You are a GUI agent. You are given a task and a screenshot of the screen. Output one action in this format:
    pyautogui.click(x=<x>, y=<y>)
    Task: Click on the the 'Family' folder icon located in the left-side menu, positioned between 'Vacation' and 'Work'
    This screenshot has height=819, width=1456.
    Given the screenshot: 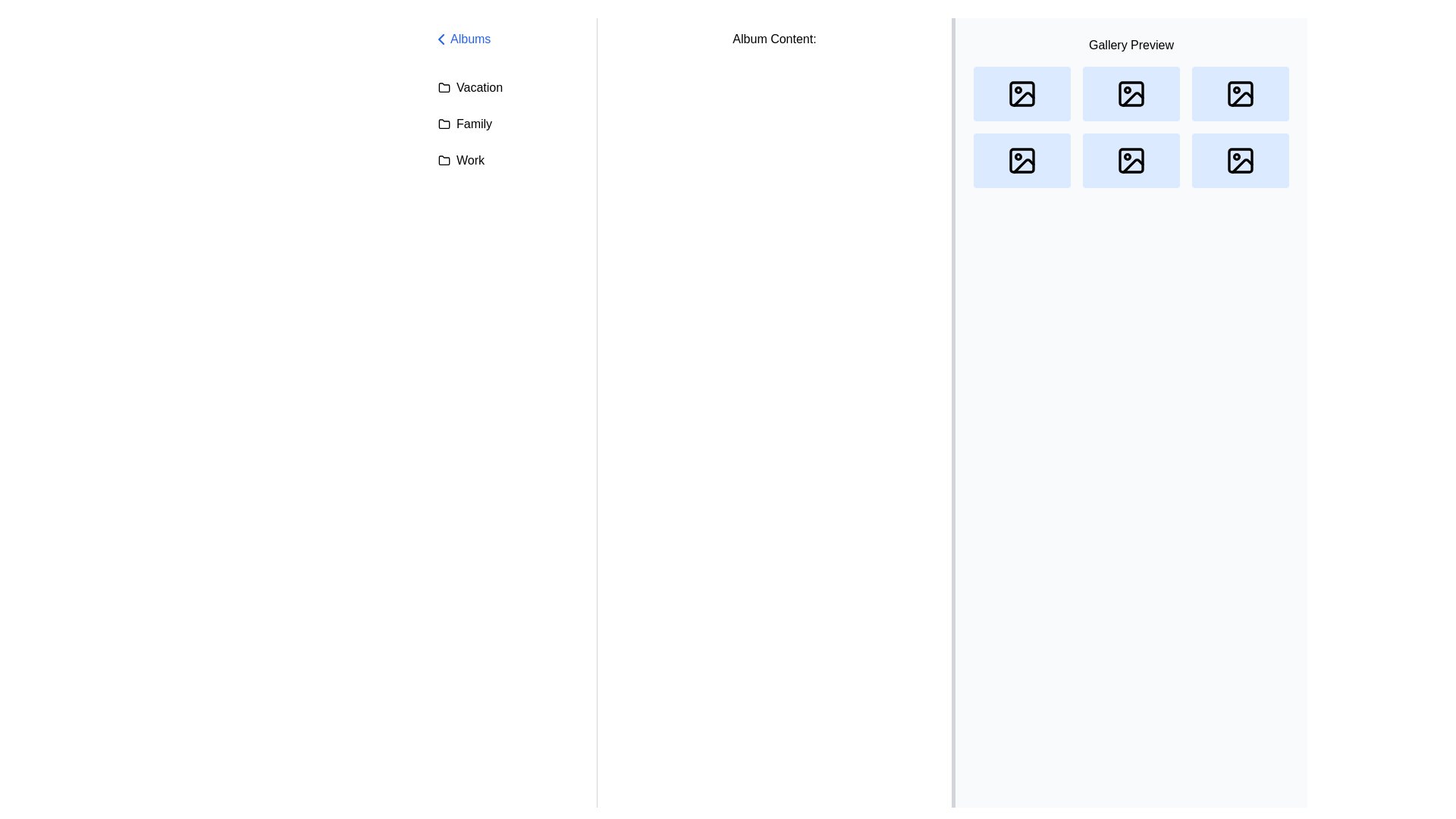 What is the action you would take?
    pyautogui.click(x=443, y=122)
    